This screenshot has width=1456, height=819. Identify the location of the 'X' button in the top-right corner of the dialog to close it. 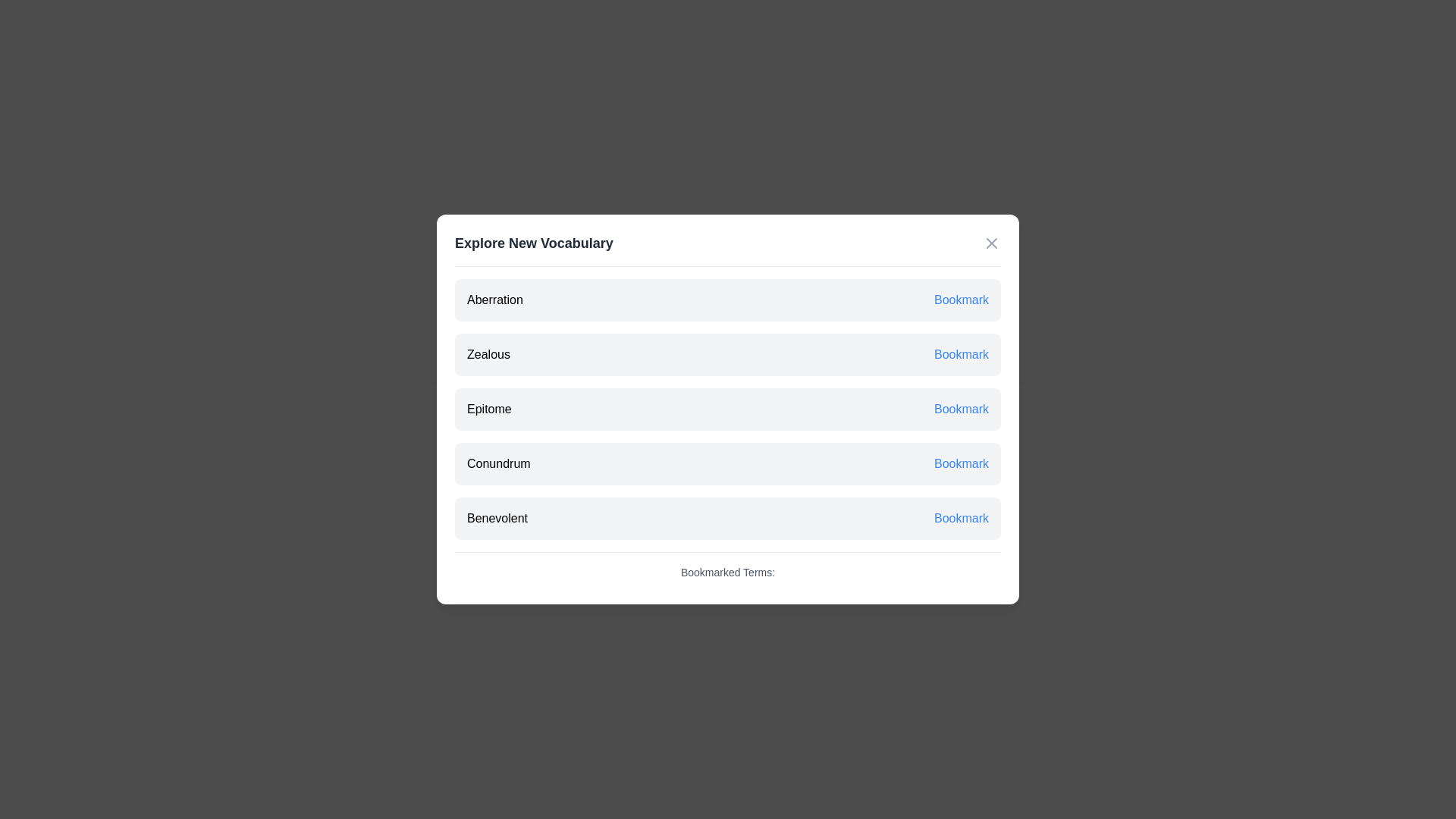
(992, 242).